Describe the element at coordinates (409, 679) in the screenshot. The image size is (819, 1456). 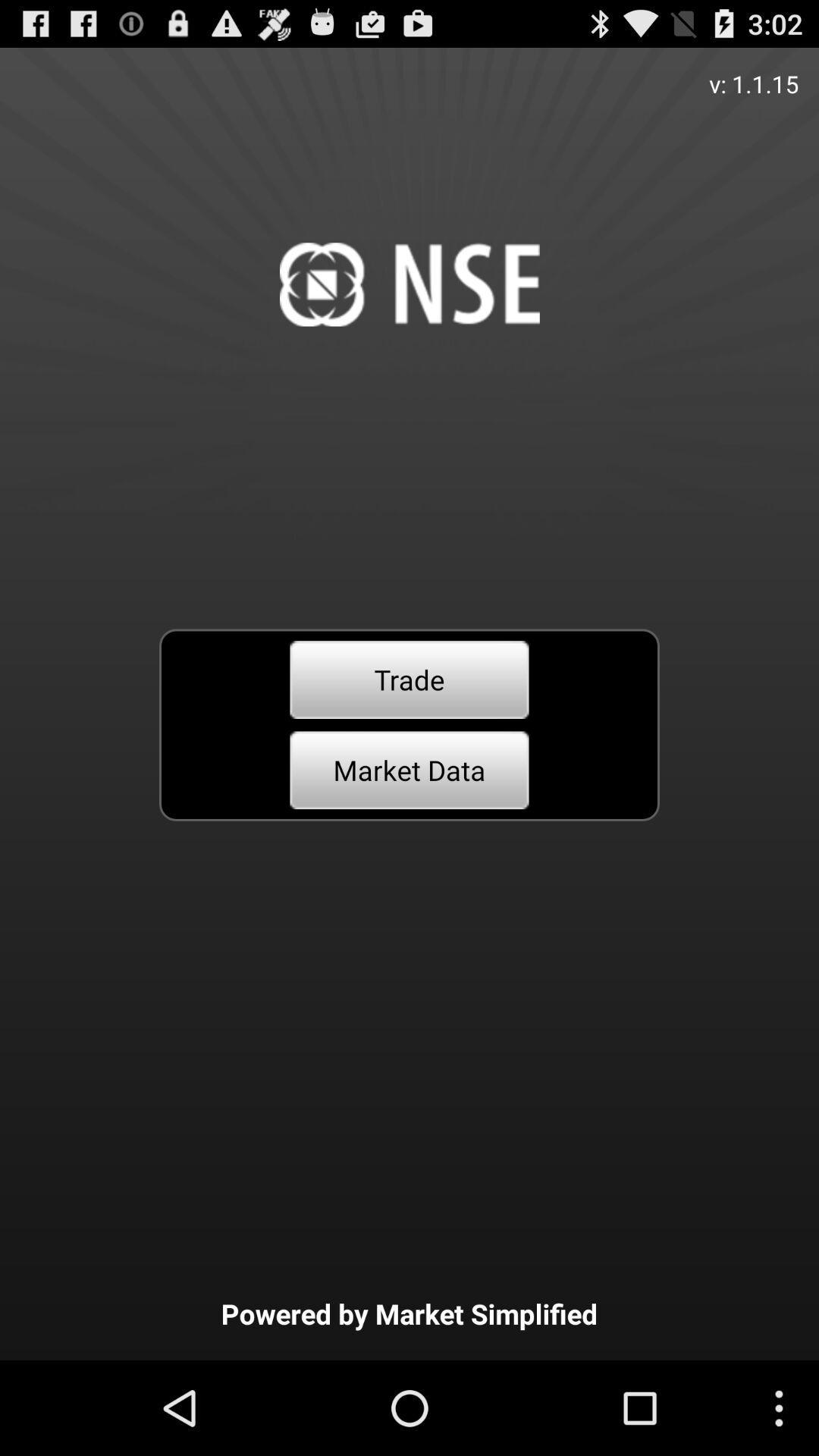
I see `the trade` at that location.